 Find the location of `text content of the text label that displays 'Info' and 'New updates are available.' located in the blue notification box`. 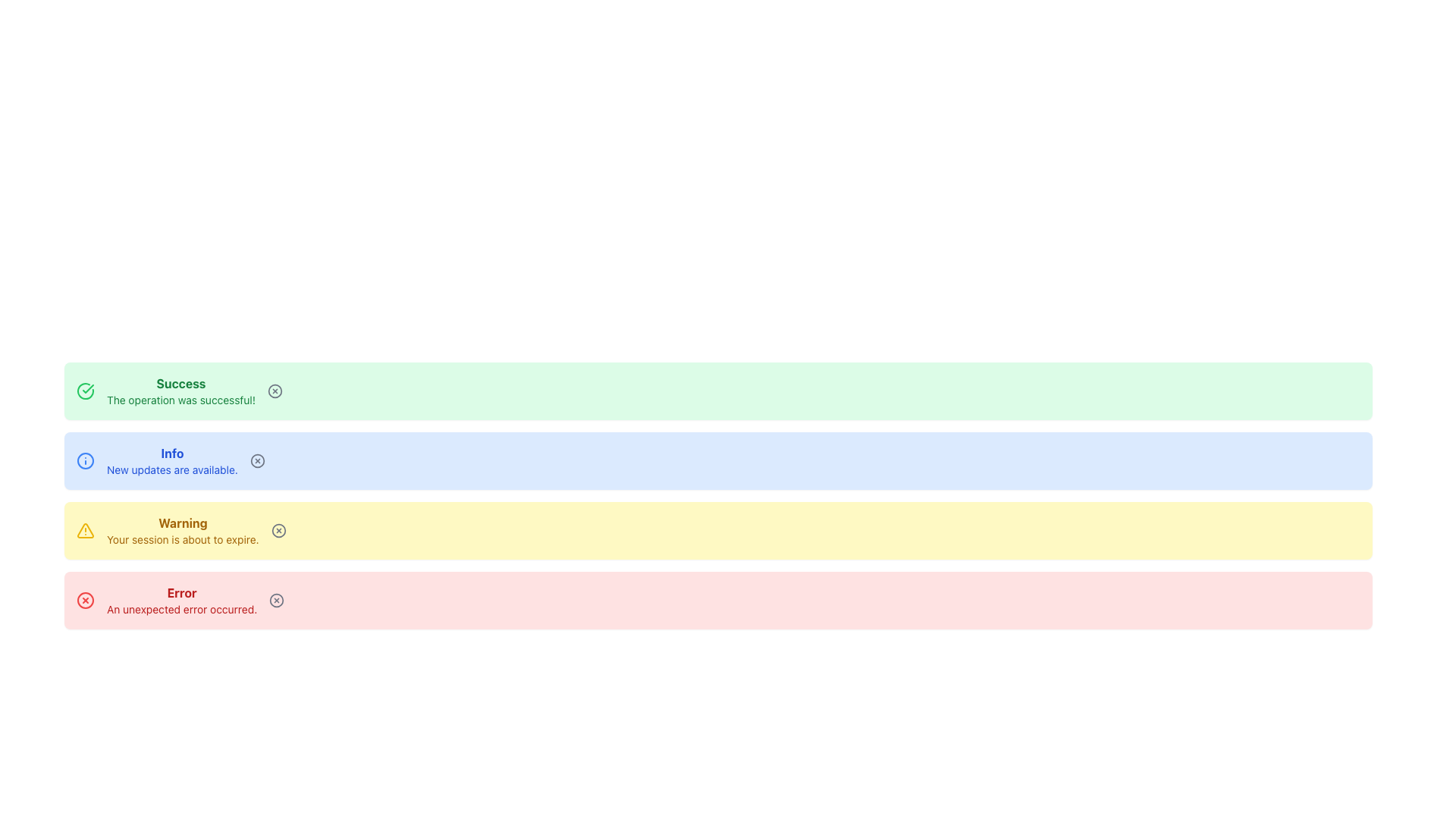

text content of the text label that displays 'Info' and 'New updates are available.' located in the blue notification box is located at coordinates (172, 460).